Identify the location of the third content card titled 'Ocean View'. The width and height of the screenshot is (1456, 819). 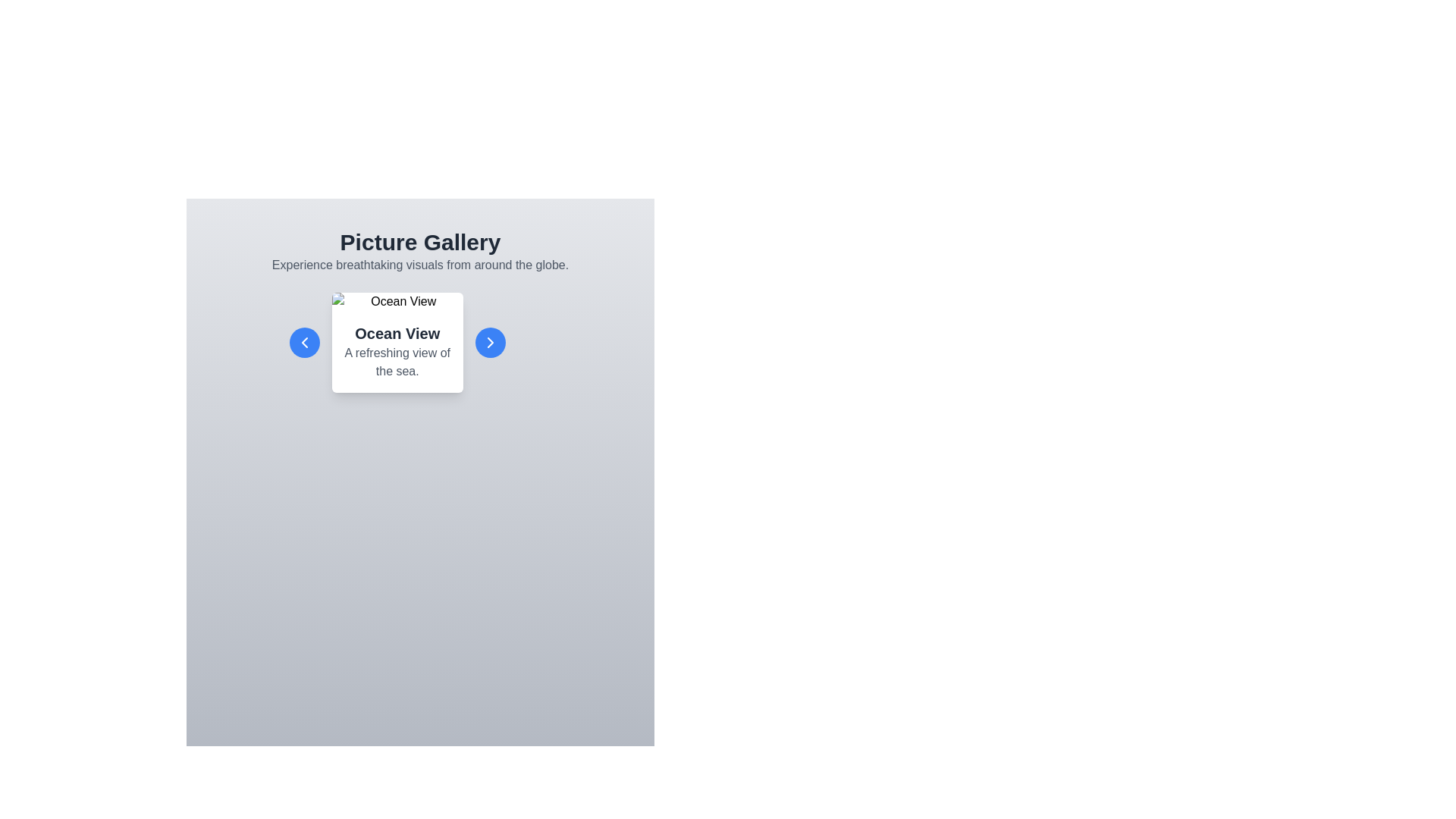
(397, 342).